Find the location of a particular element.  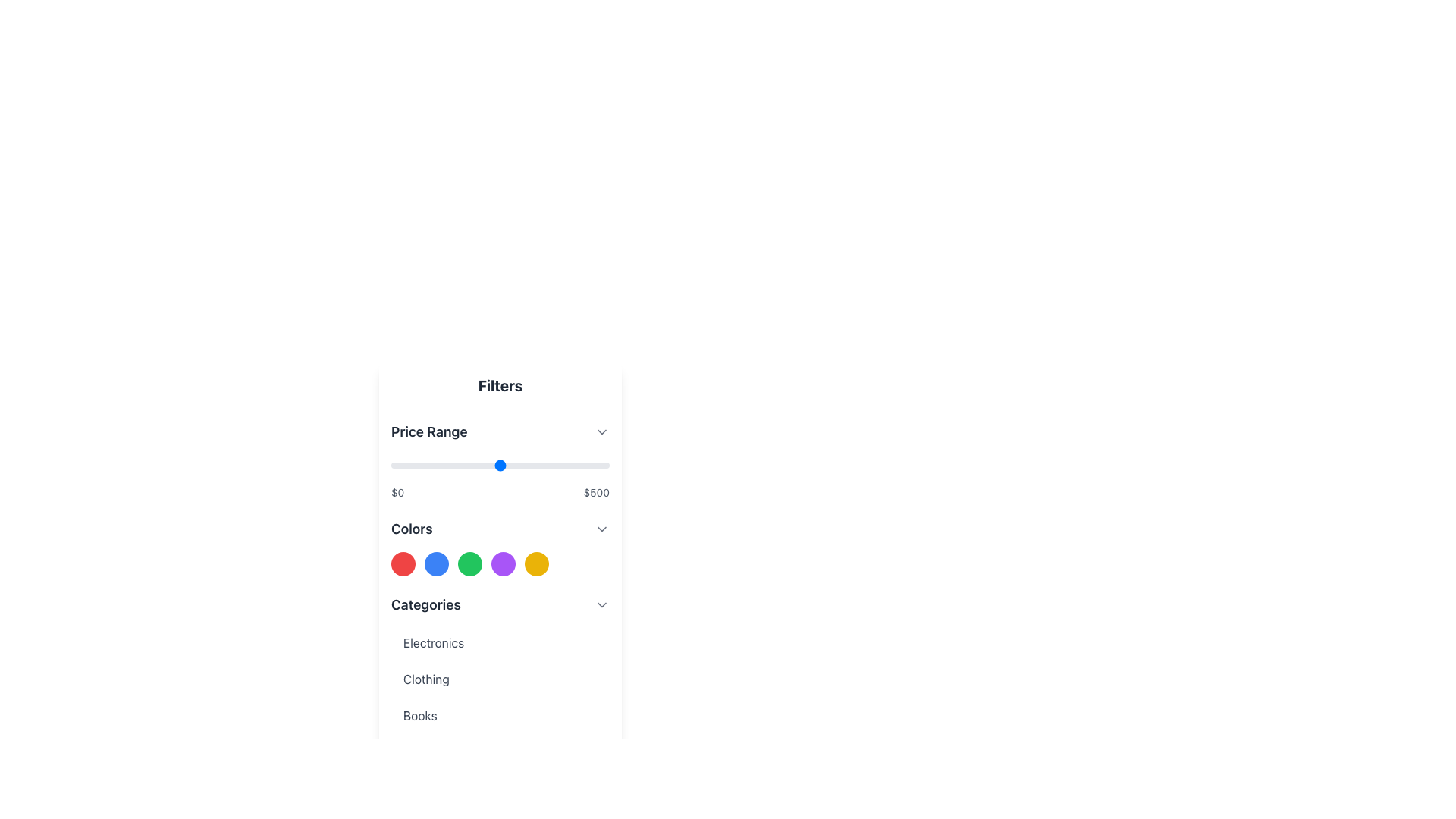

the 'Electronics' button in the Categories section of the sidebar is located at coordinates (500, 643).